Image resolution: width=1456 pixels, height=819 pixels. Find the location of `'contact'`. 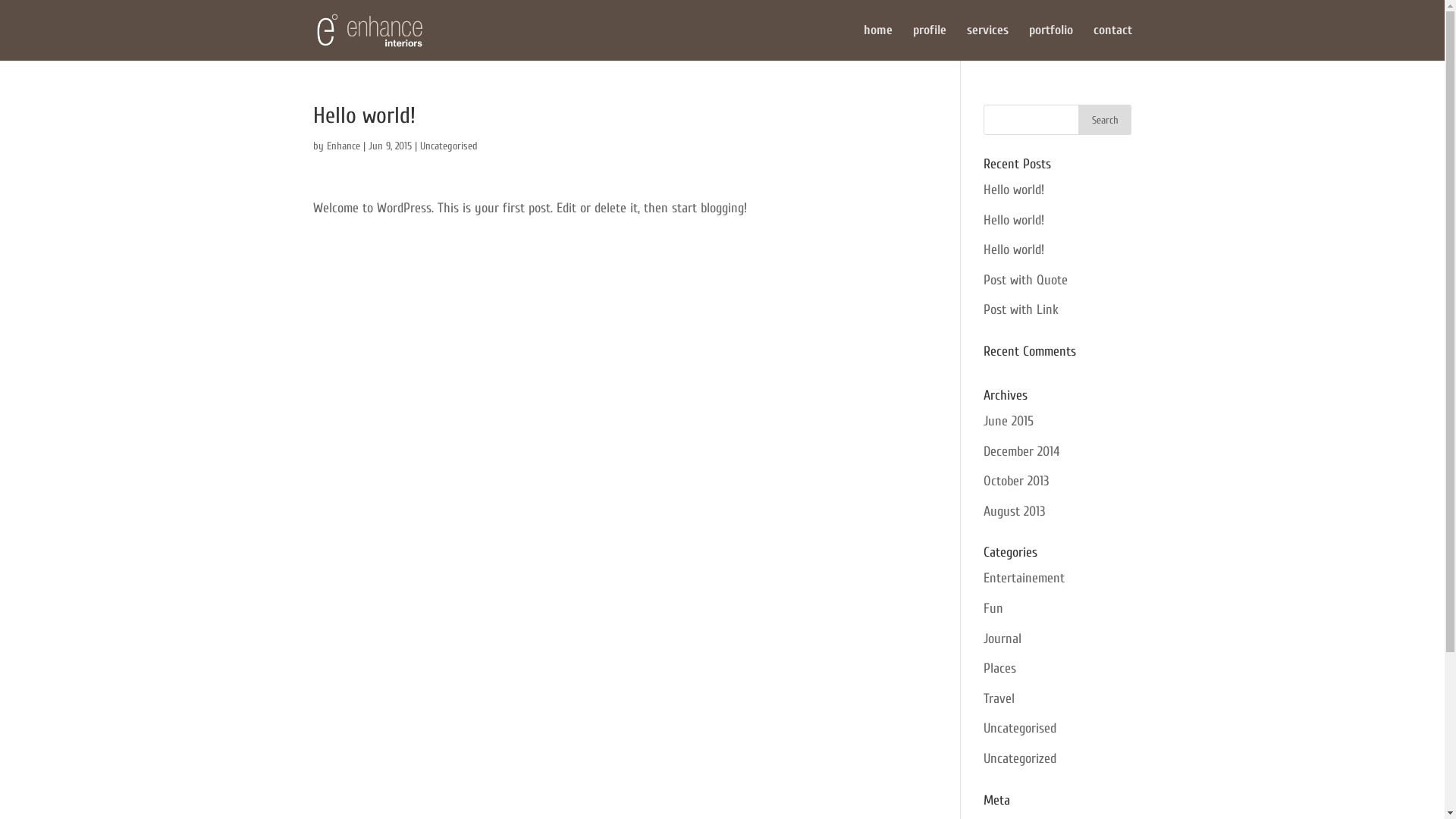

'contact' is located at coordinates (1112, 42).